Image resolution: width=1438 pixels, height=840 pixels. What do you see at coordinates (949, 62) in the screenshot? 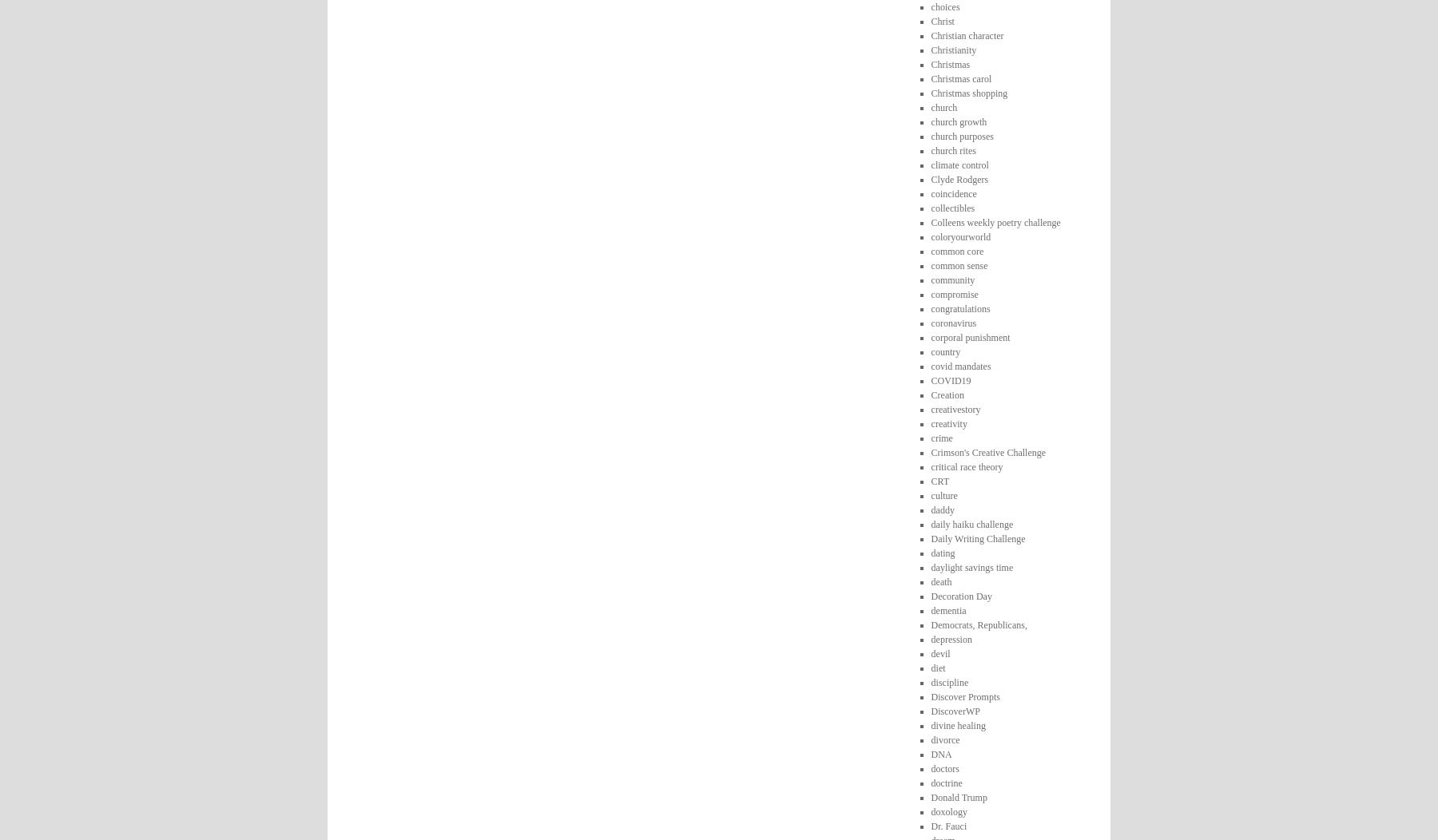
I see `'Christmas'` at bounding box center [949, 62].